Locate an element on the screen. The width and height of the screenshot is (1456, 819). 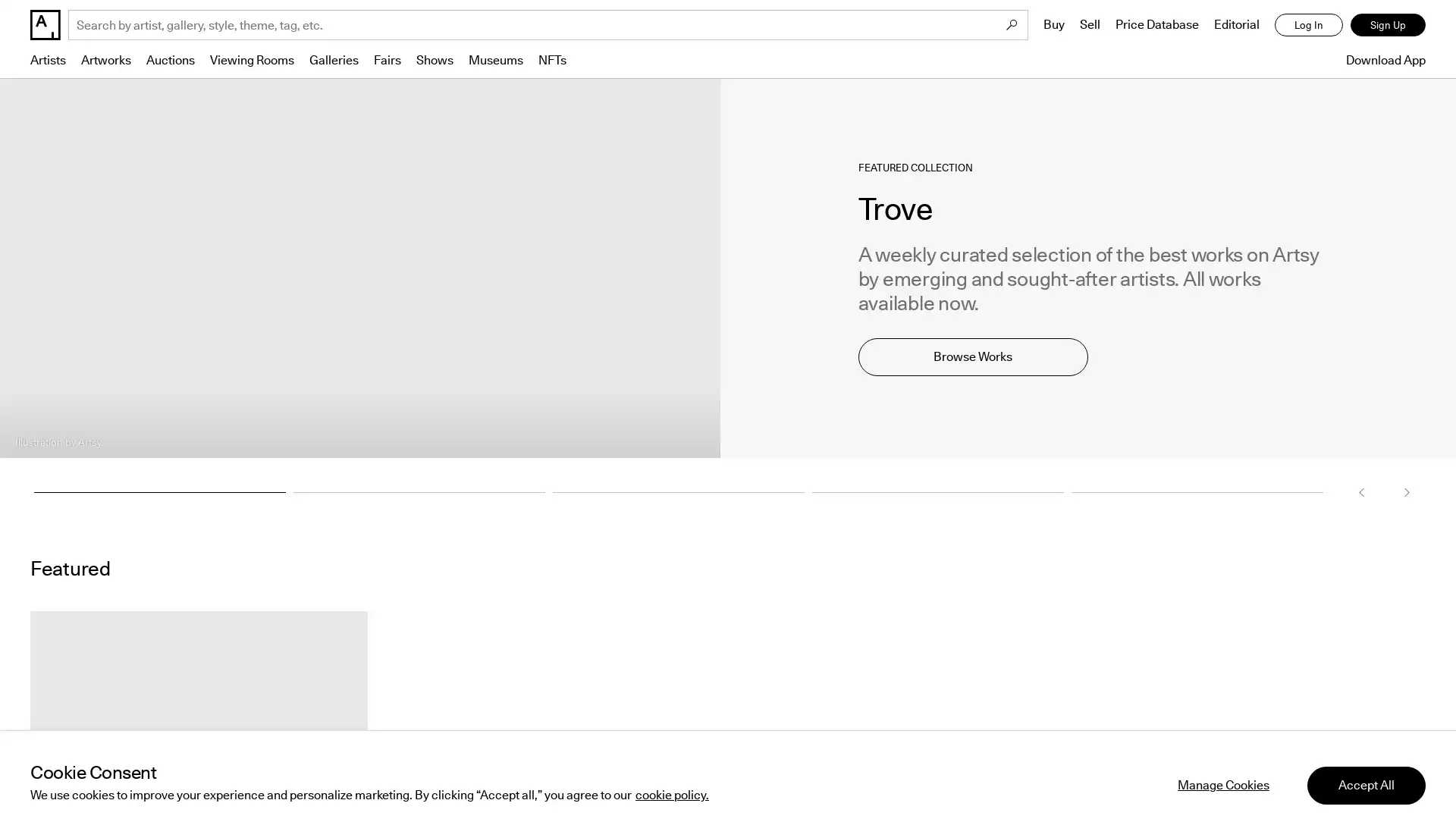
Log In is located at coordinates (1308, 25).